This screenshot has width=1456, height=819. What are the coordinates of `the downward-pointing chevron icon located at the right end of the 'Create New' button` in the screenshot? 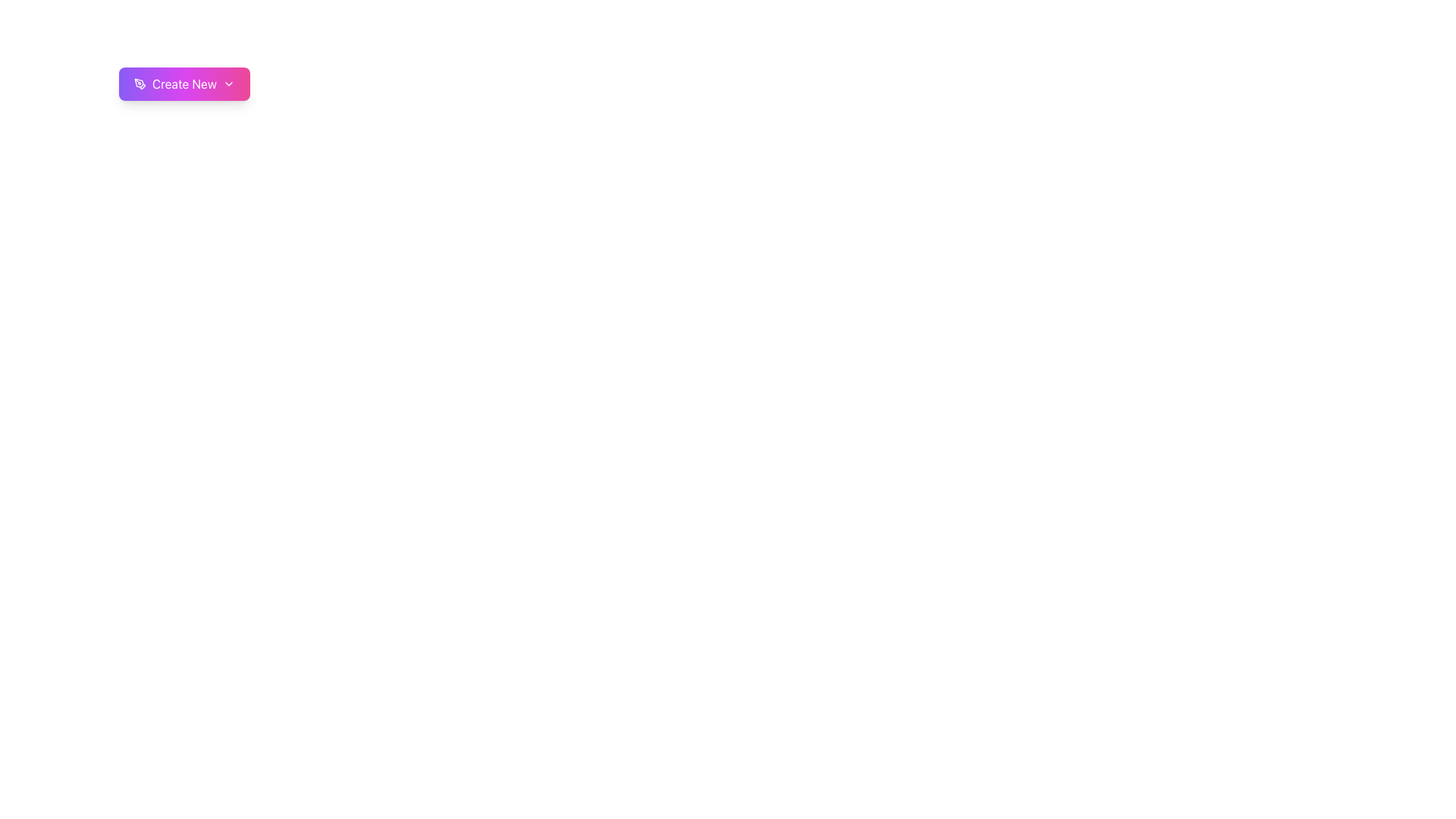 It's located at (227, 84).